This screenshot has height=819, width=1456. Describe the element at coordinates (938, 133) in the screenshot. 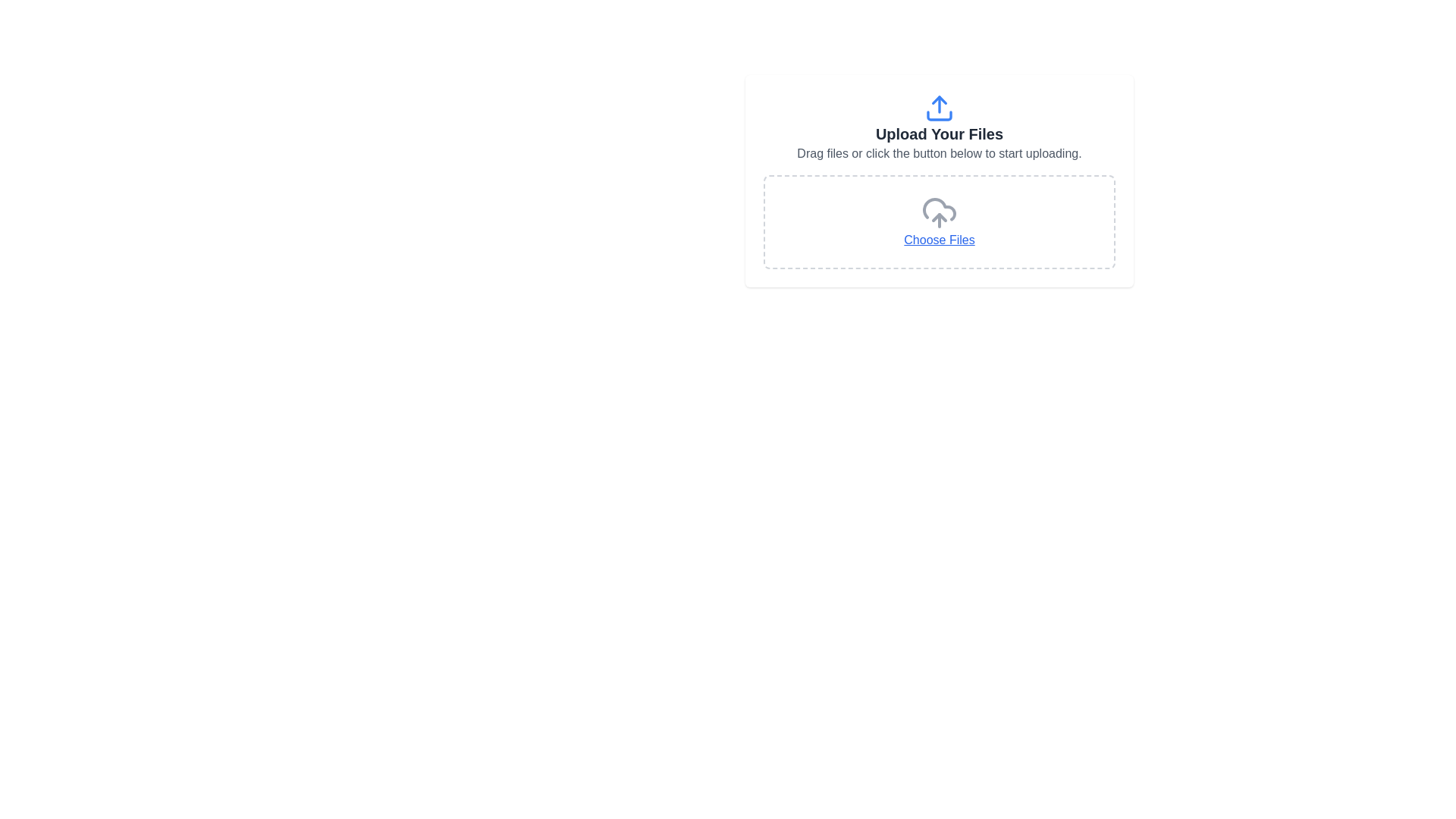

I see `bold textual header labeled 'Upload Your Files' to understand the purpose of the file upload section` at that location.